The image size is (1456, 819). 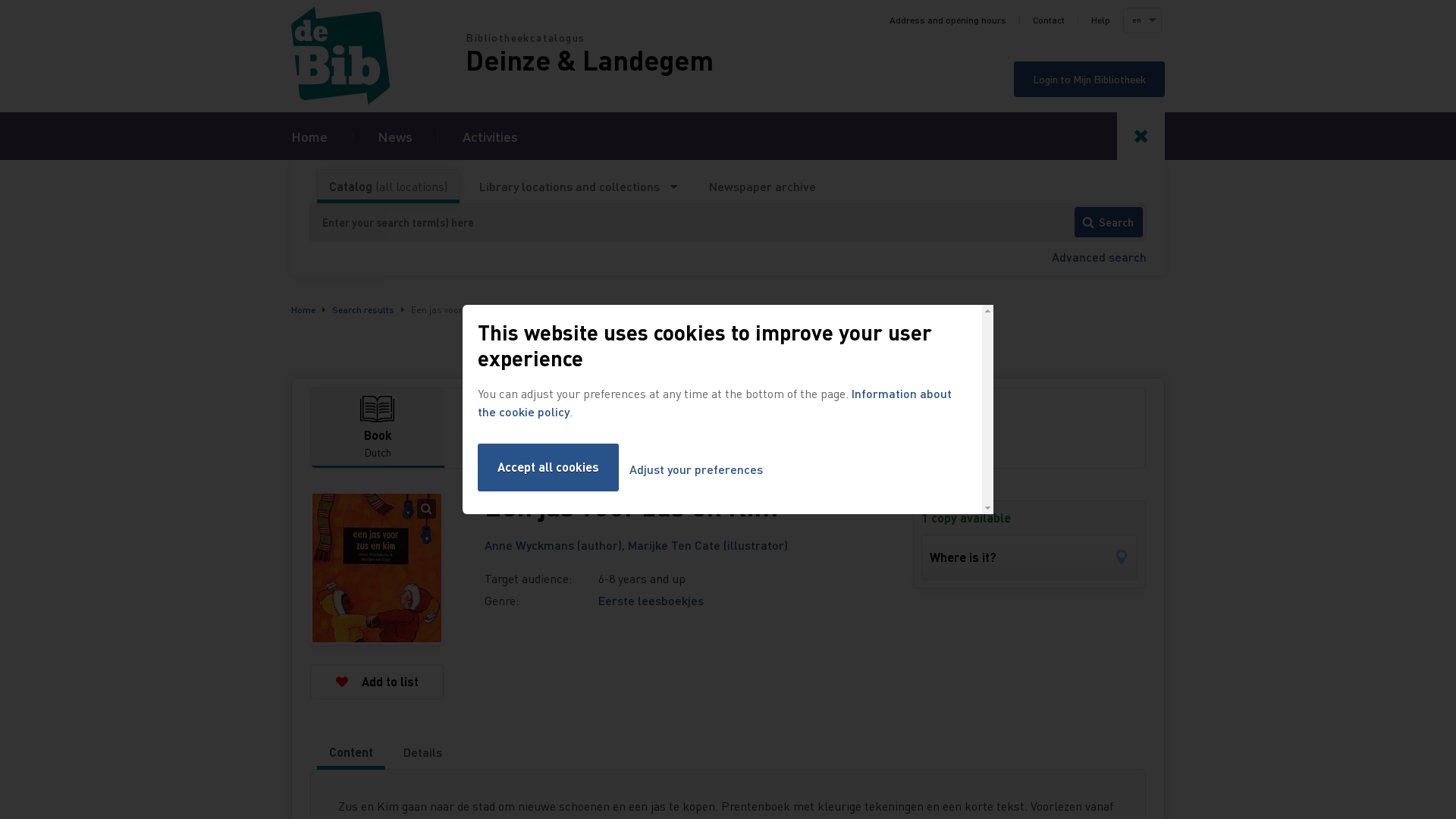 What do you see at coordinates (548, 466) in the screenshot?
I see `'Accept all cookies'` at bounding box center [548, 466].